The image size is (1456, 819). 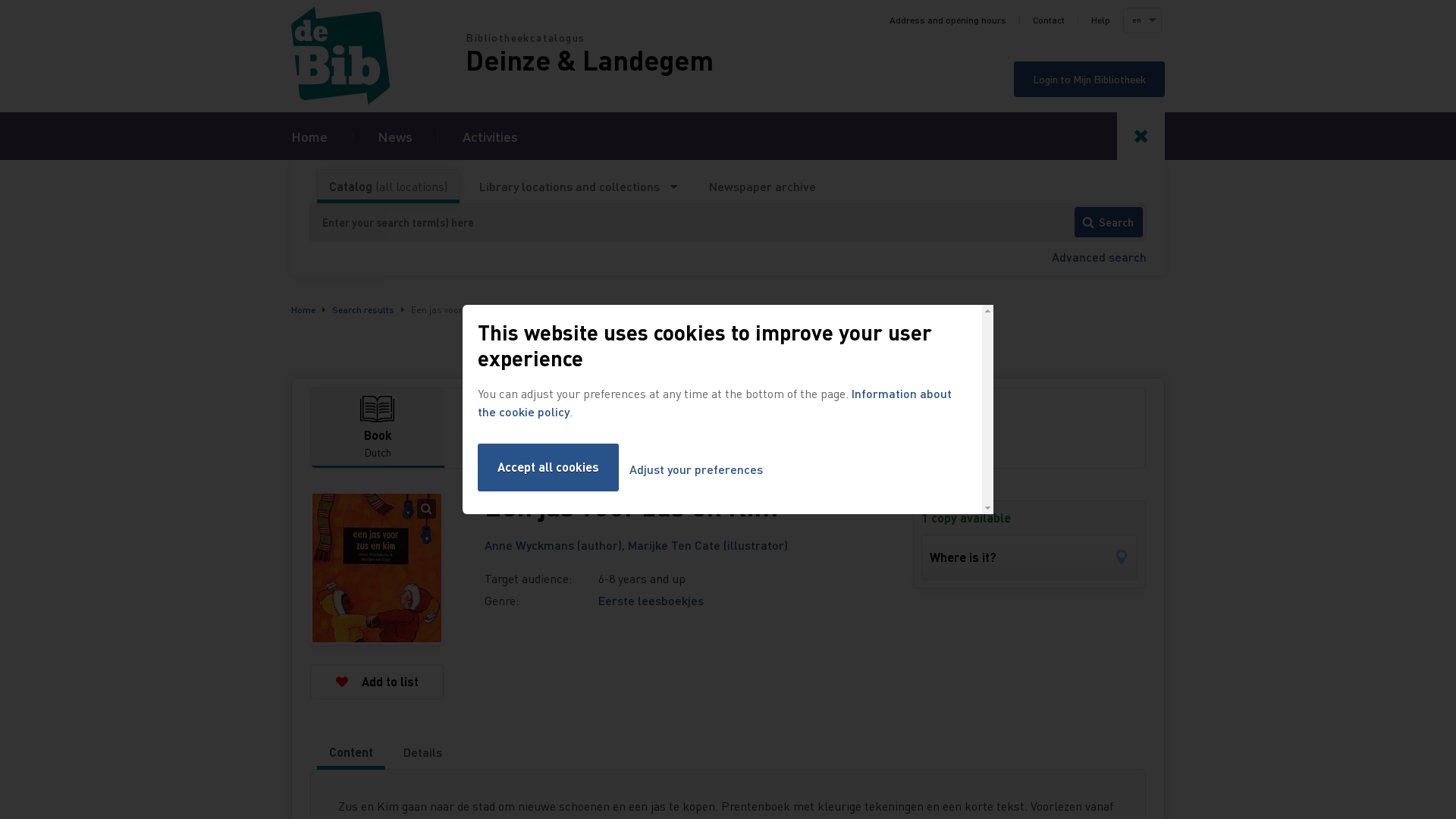 What do you see at coordinates (548, 466) in the screenshot?
I see `'Accept all cookies'` at bounding box center [548, 466].